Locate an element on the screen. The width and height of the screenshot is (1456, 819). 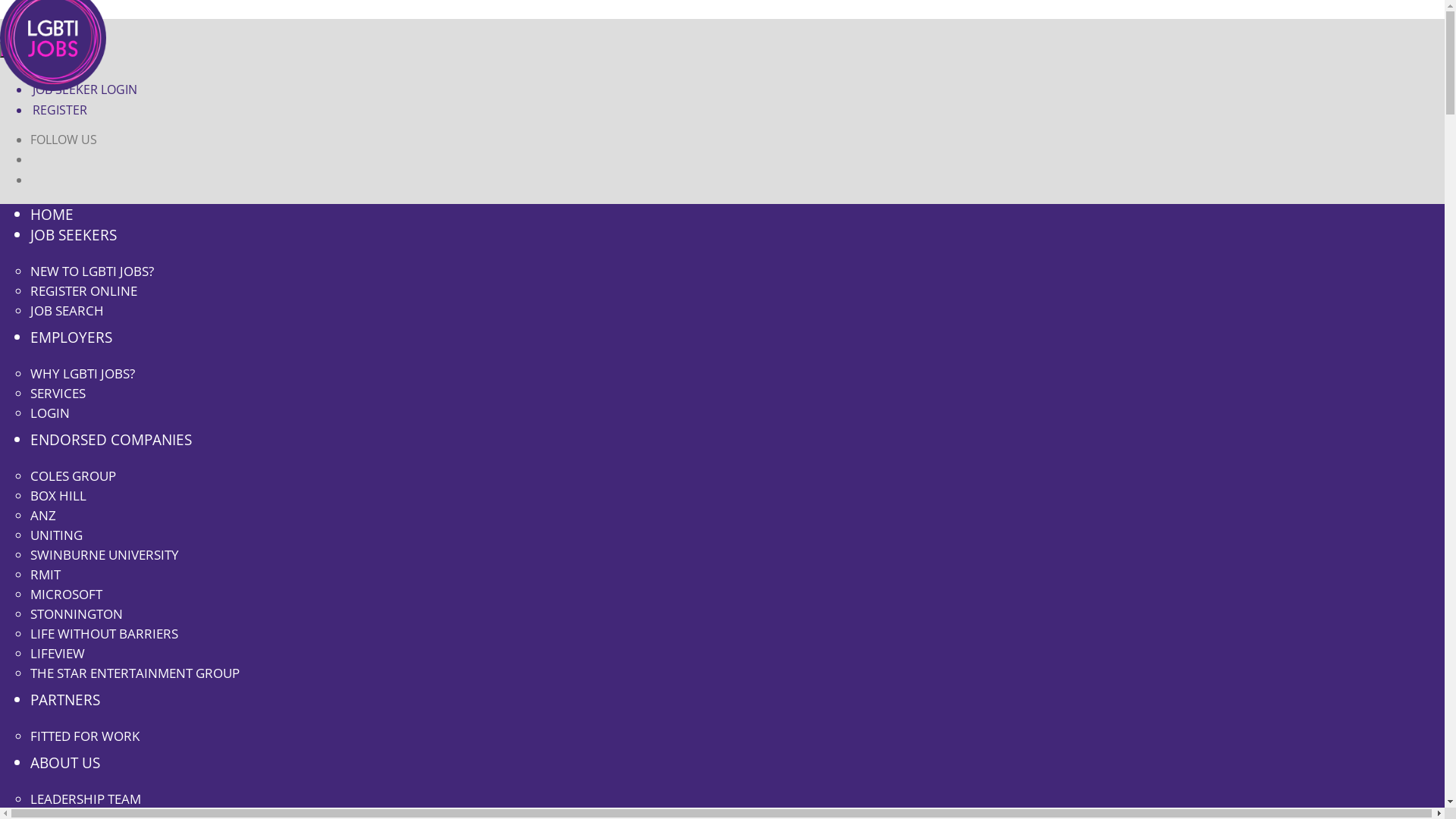
'ENDORSED COMPANIES' is located at coordinates (110, 439).